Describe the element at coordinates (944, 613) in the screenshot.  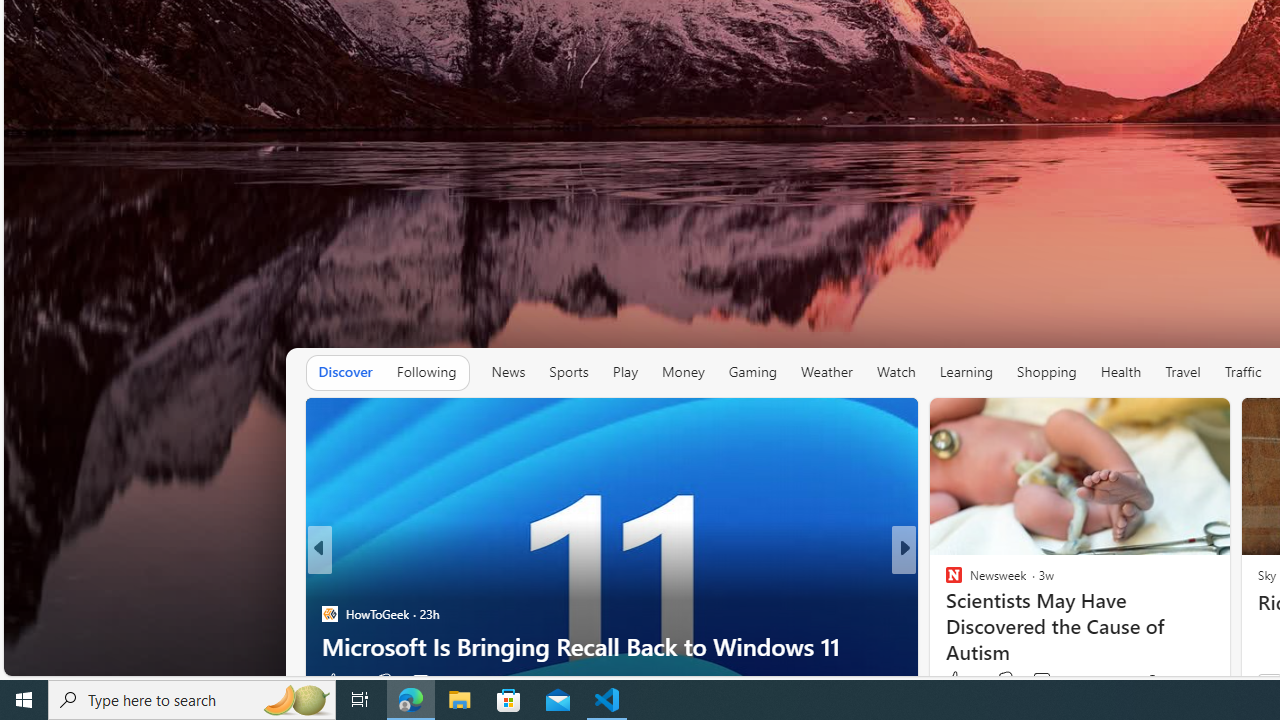
I see `'YourTango: Revolutionizing Relationships'` at that location.